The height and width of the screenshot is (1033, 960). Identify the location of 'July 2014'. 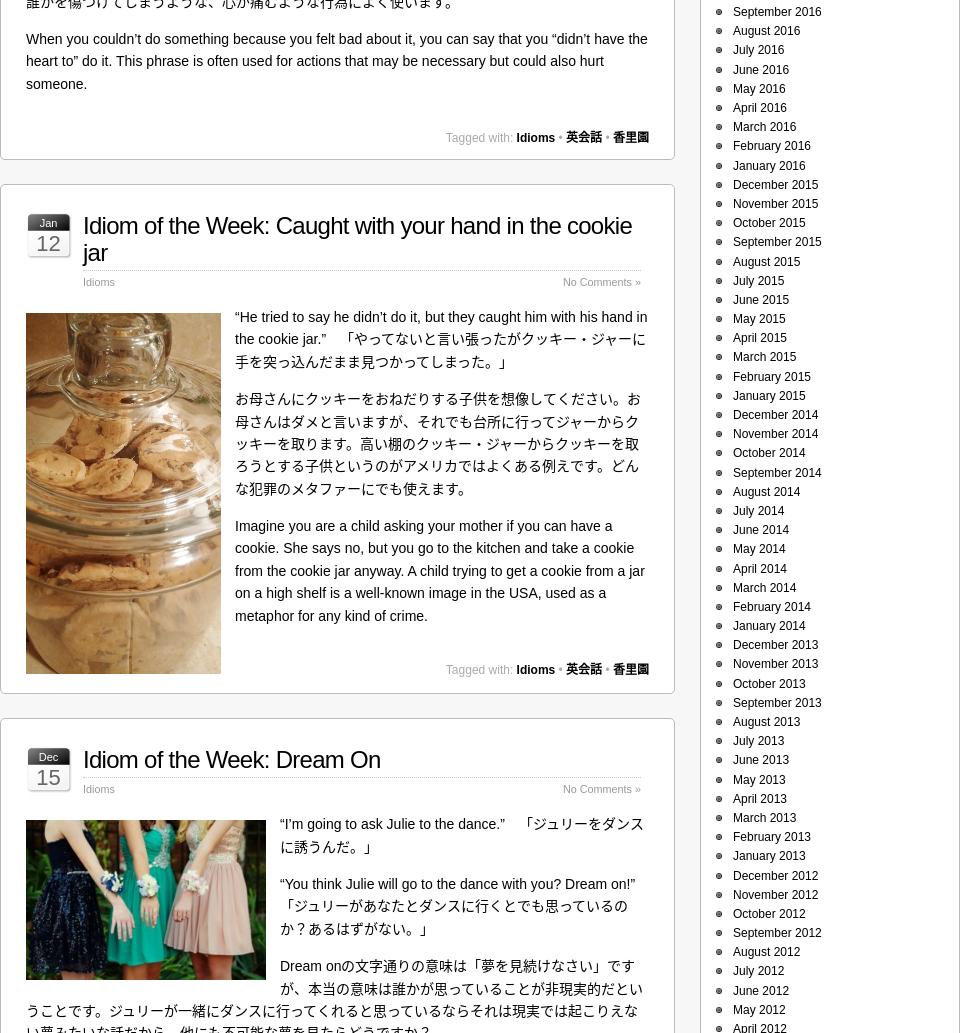
(757, 509).